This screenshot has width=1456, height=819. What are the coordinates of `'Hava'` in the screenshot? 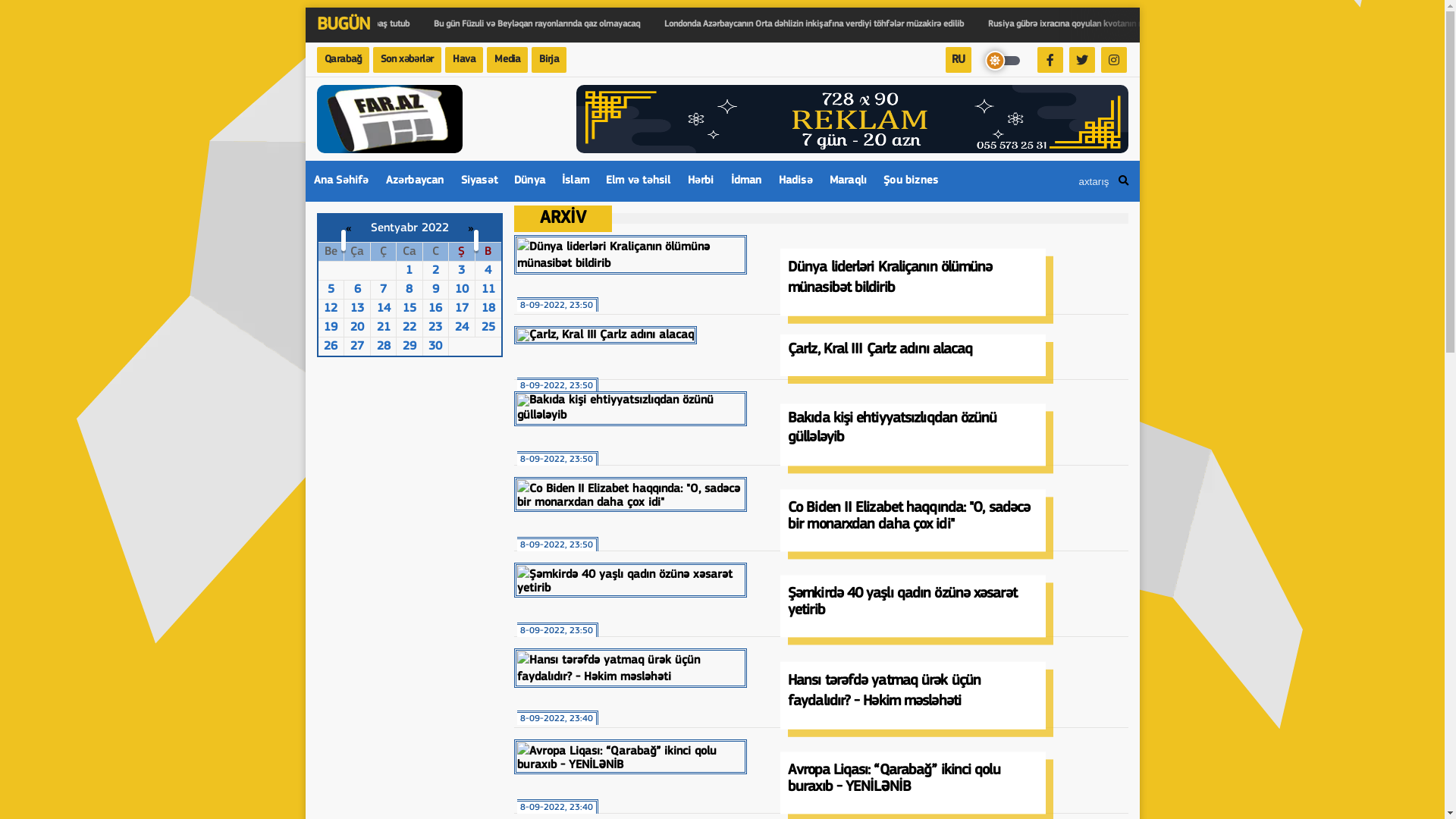 It's located at (463, 58).